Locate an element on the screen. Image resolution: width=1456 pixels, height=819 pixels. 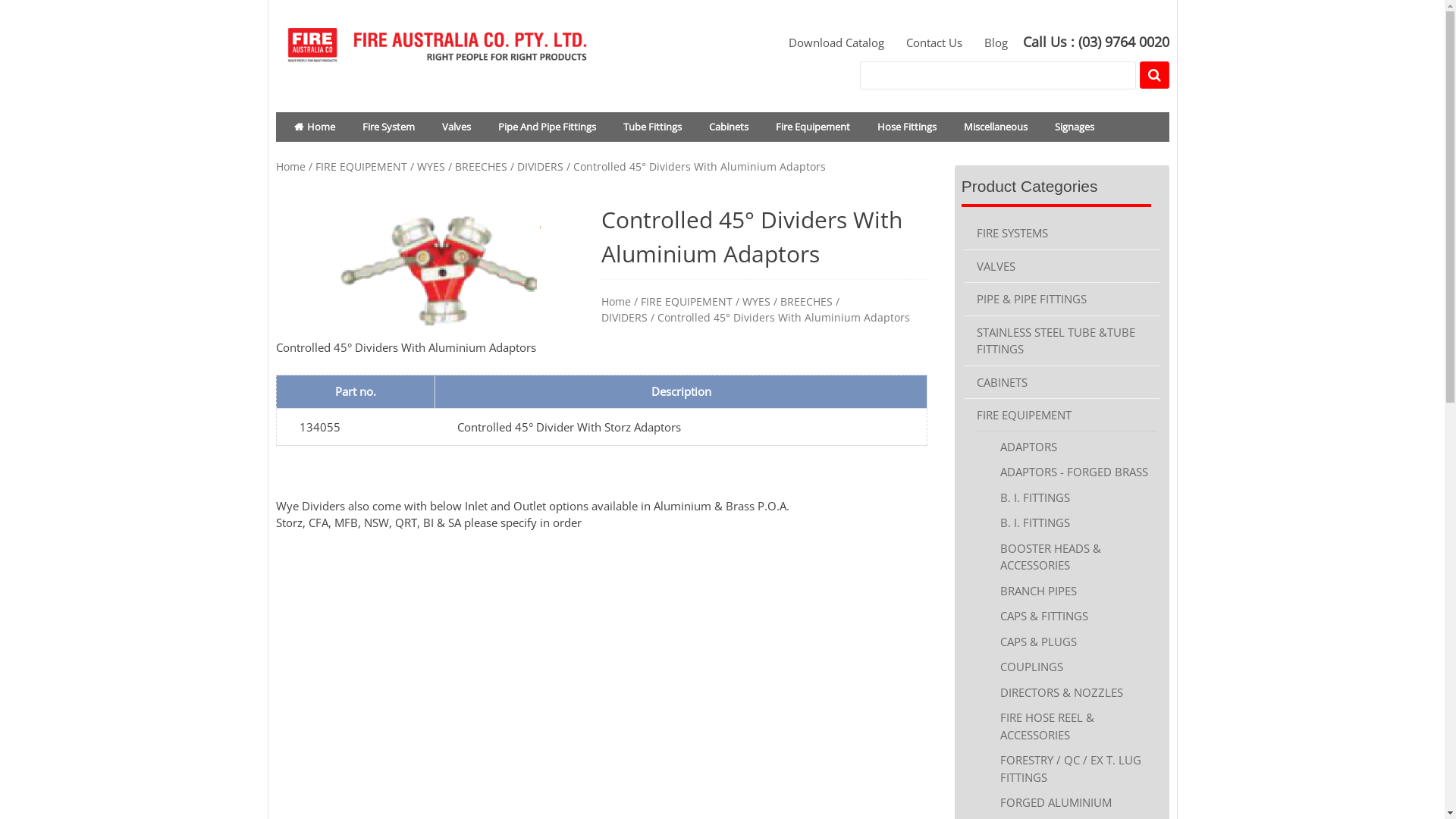
'FIRE EQUIPEMENT' is located at coordinates (686, 301).